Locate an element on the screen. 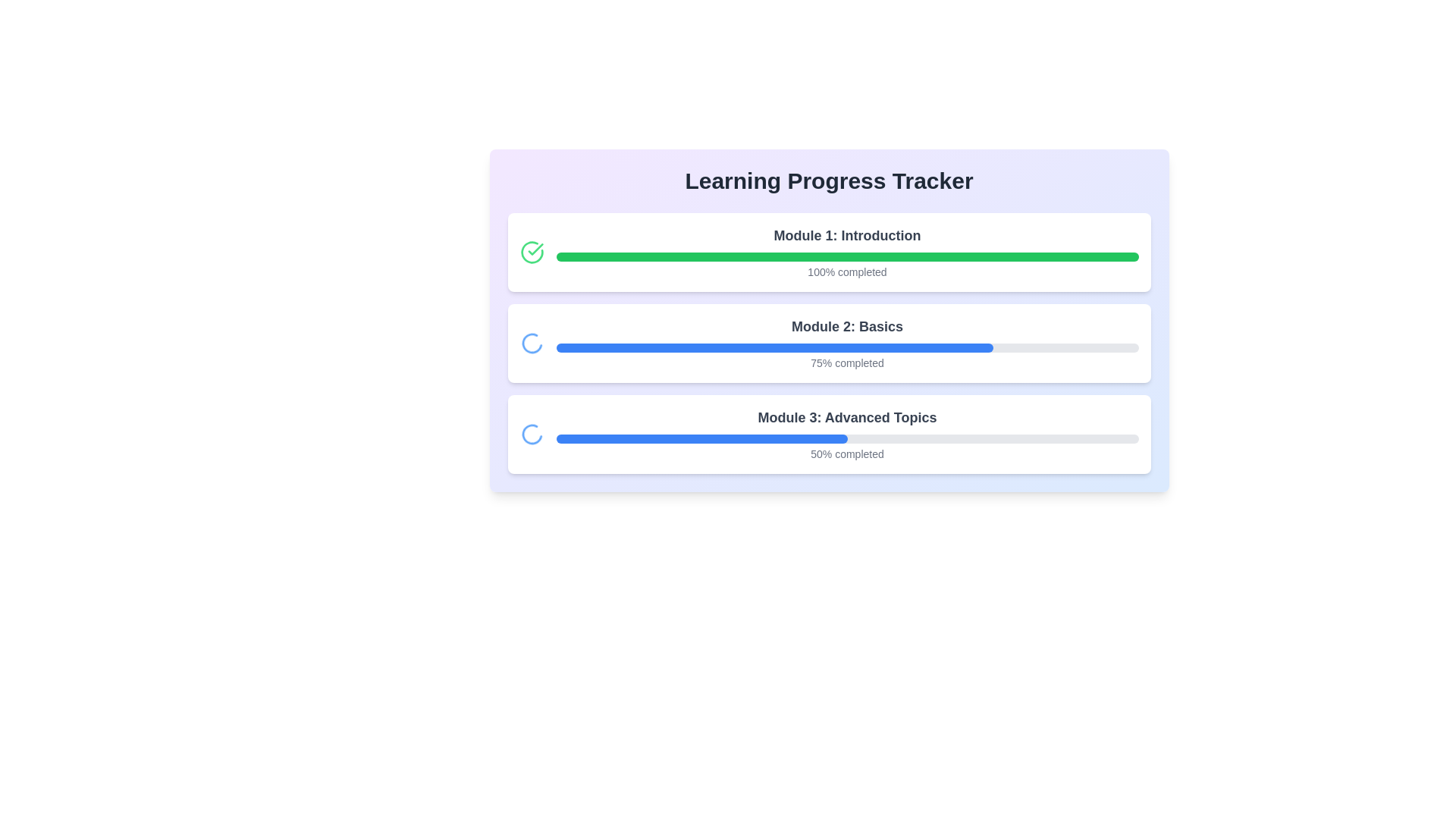  text label displaying '75% completed' located below the blue progress bar in the module progress tracker is located at coordinates (846, 362).